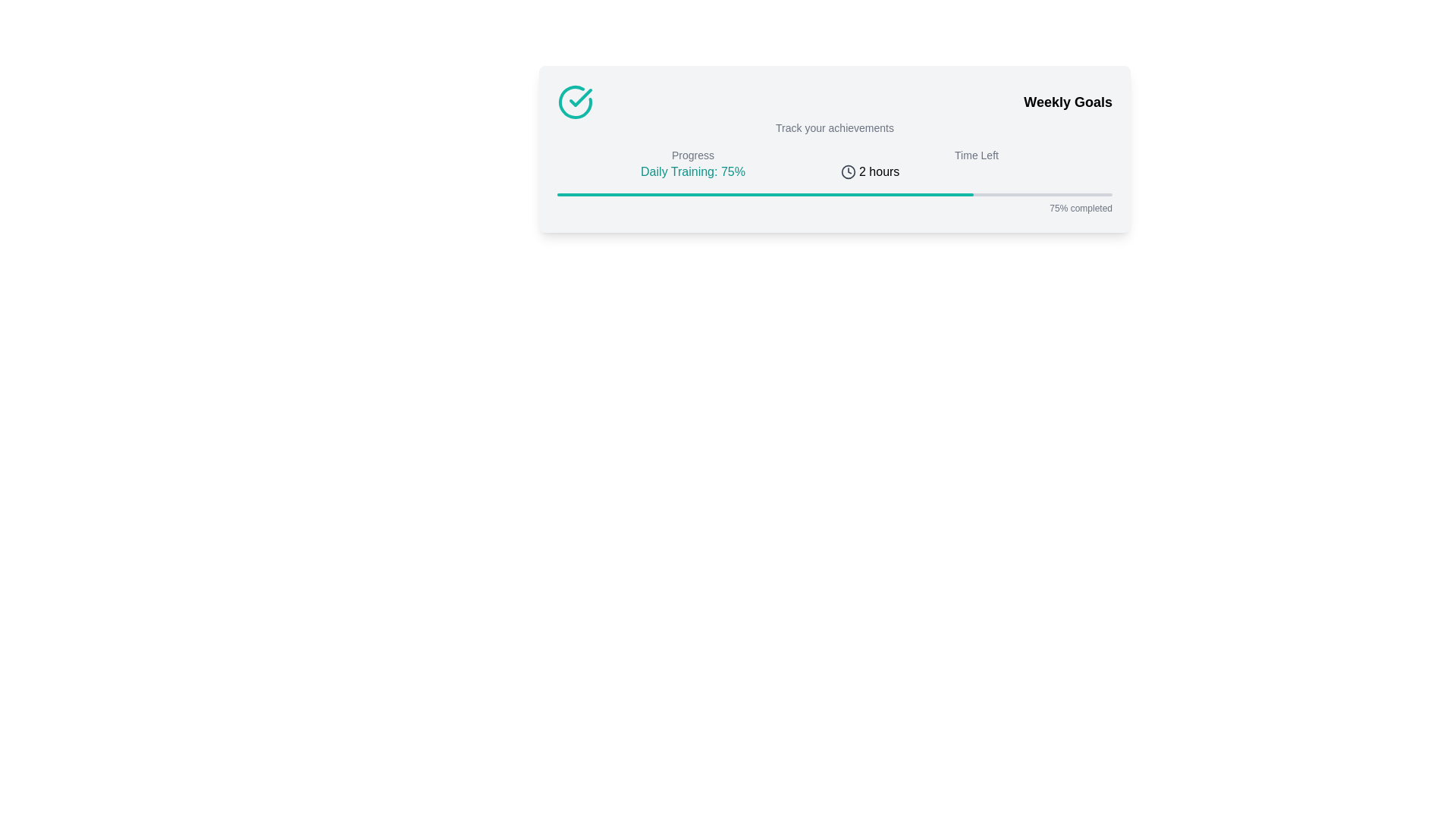  What do you see at coordinates (833, 203) in the screenshot?
I see `the progress bar indicating '75% completed' at the bottom of the 'Weekly Goals' card` at bounding box center [833, 203].